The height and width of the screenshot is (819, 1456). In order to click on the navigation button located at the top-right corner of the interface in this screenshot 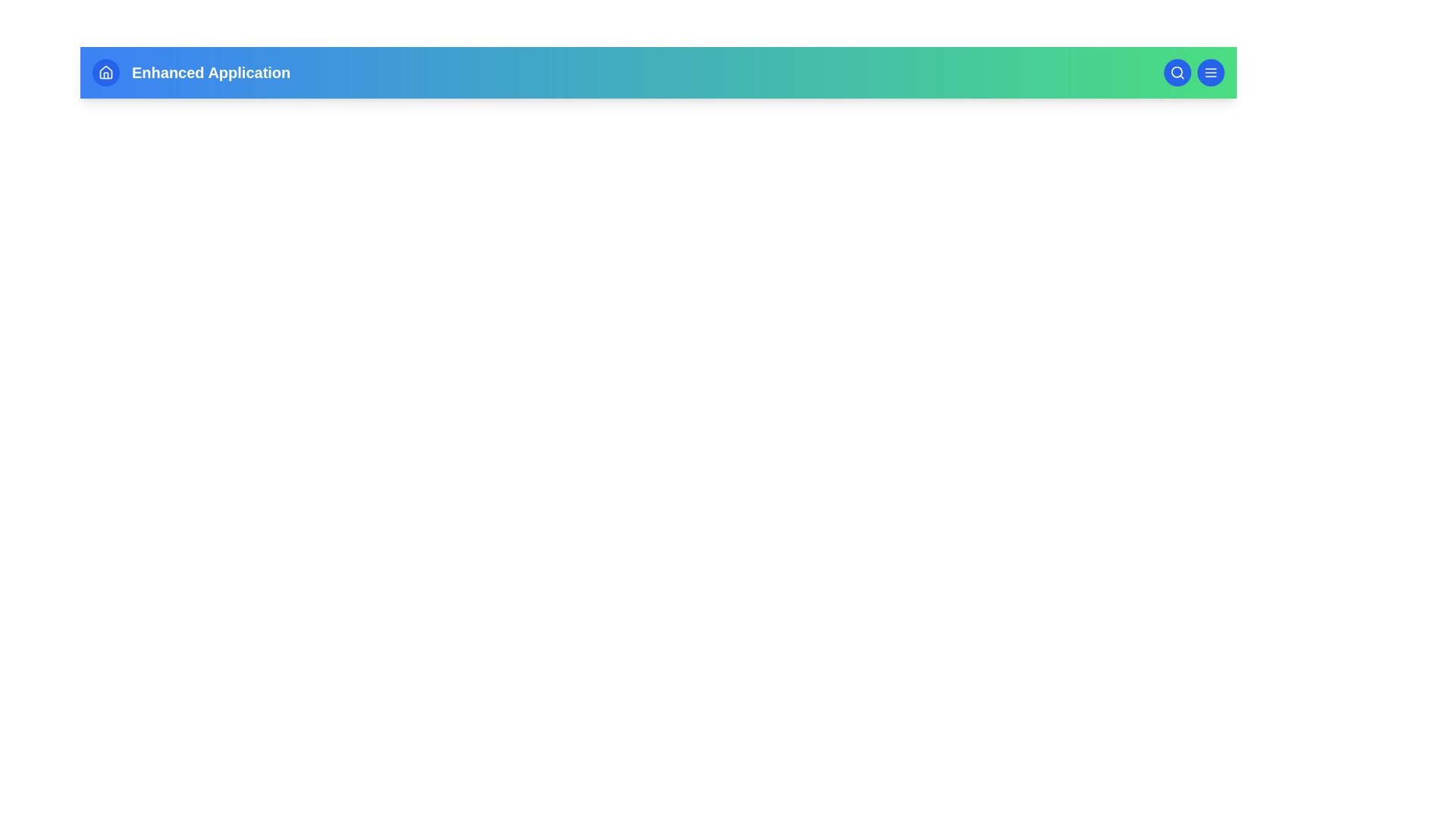, I will do `click(1210, 73)`.